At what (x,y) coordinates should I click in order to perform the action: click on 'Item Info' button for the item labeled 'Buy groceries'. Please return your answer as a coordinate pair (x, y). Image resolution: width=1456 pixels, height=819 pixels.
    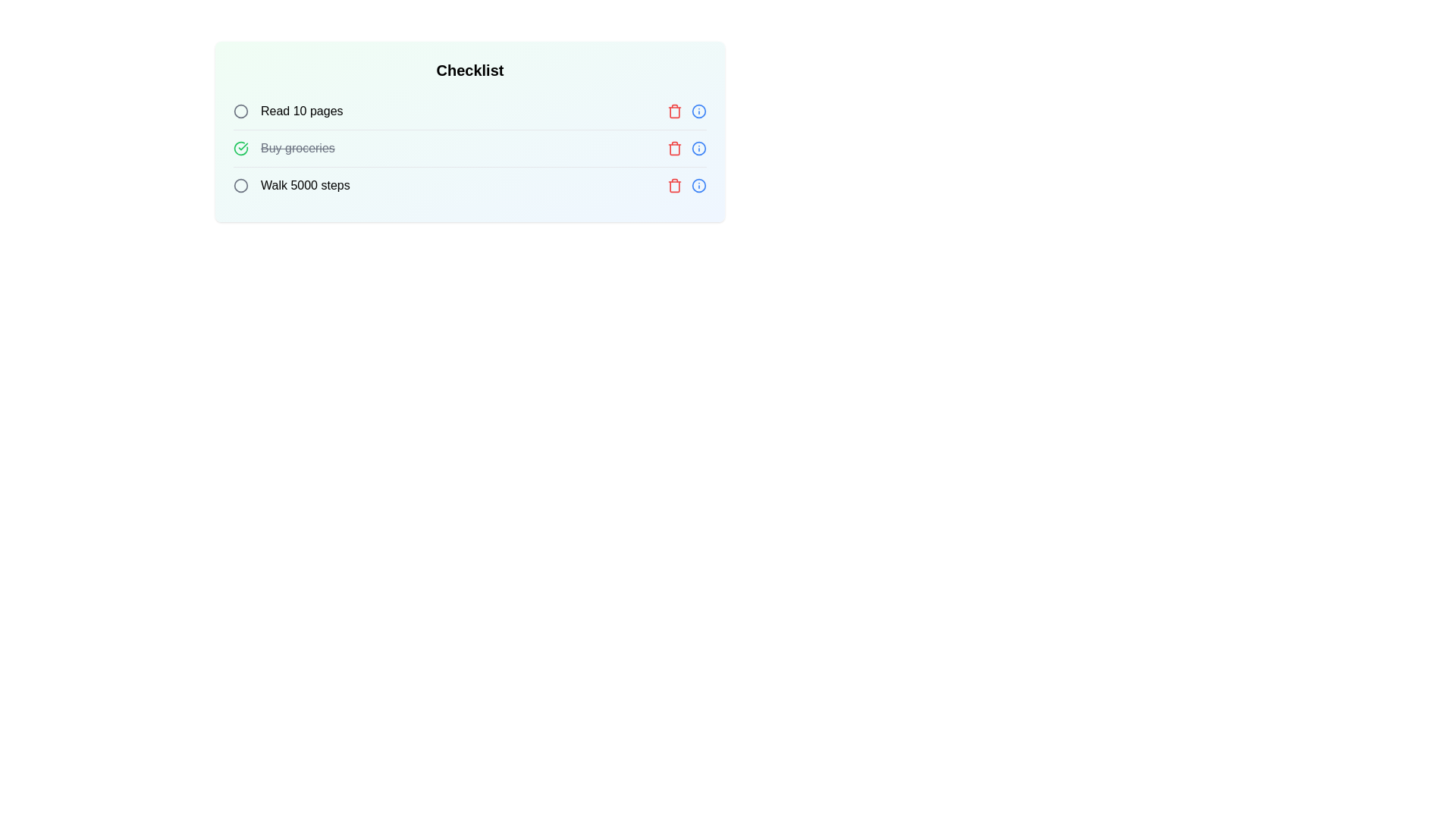
    Looking at the image, I should click on (698, 149).